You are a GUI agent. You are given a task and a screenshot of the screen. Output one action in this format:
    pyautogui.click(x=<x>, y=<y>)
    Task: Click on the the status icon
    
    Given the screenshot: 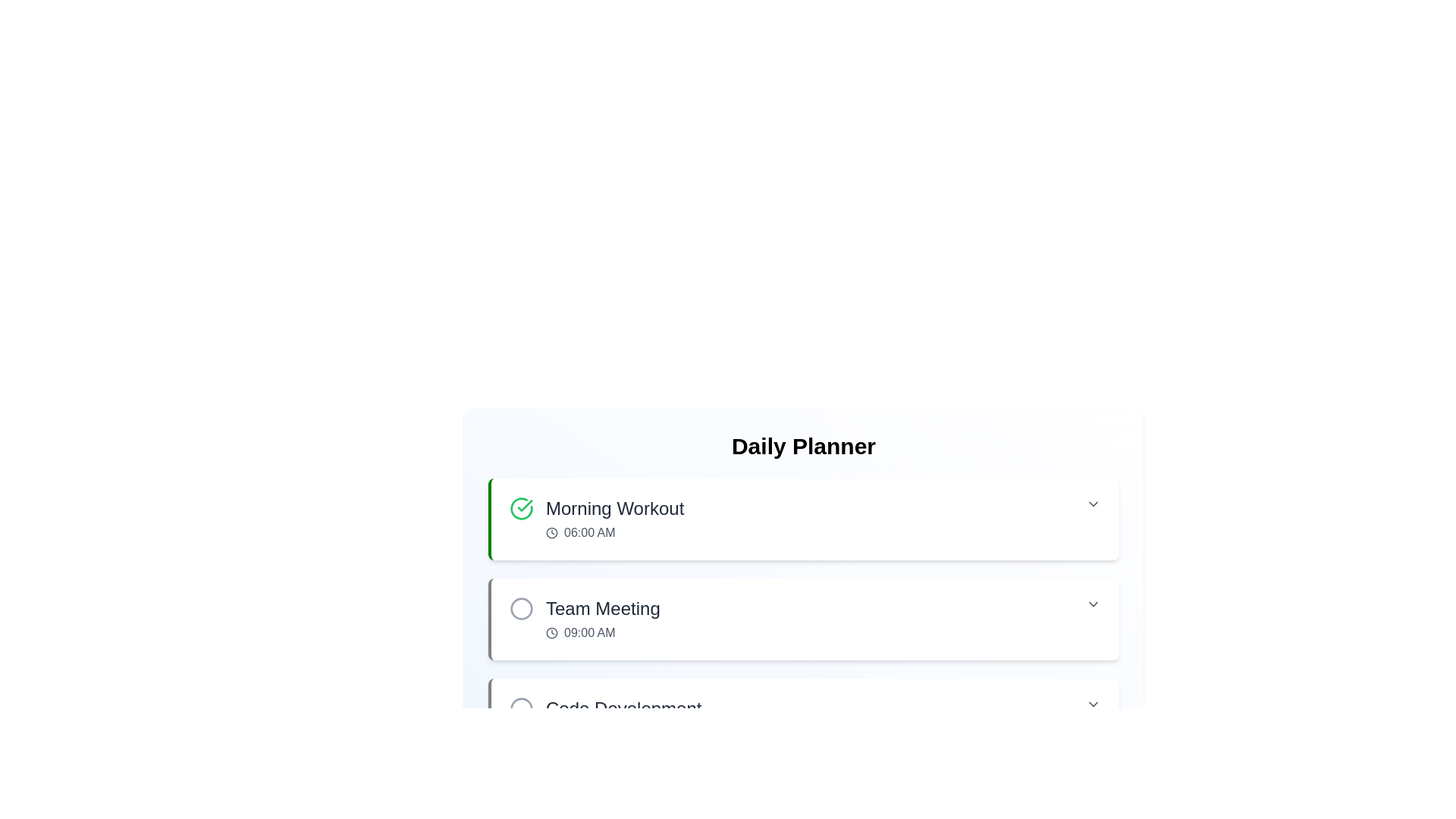 What is the action you would take?
    pyautogui.click(x=528, y=708)
    